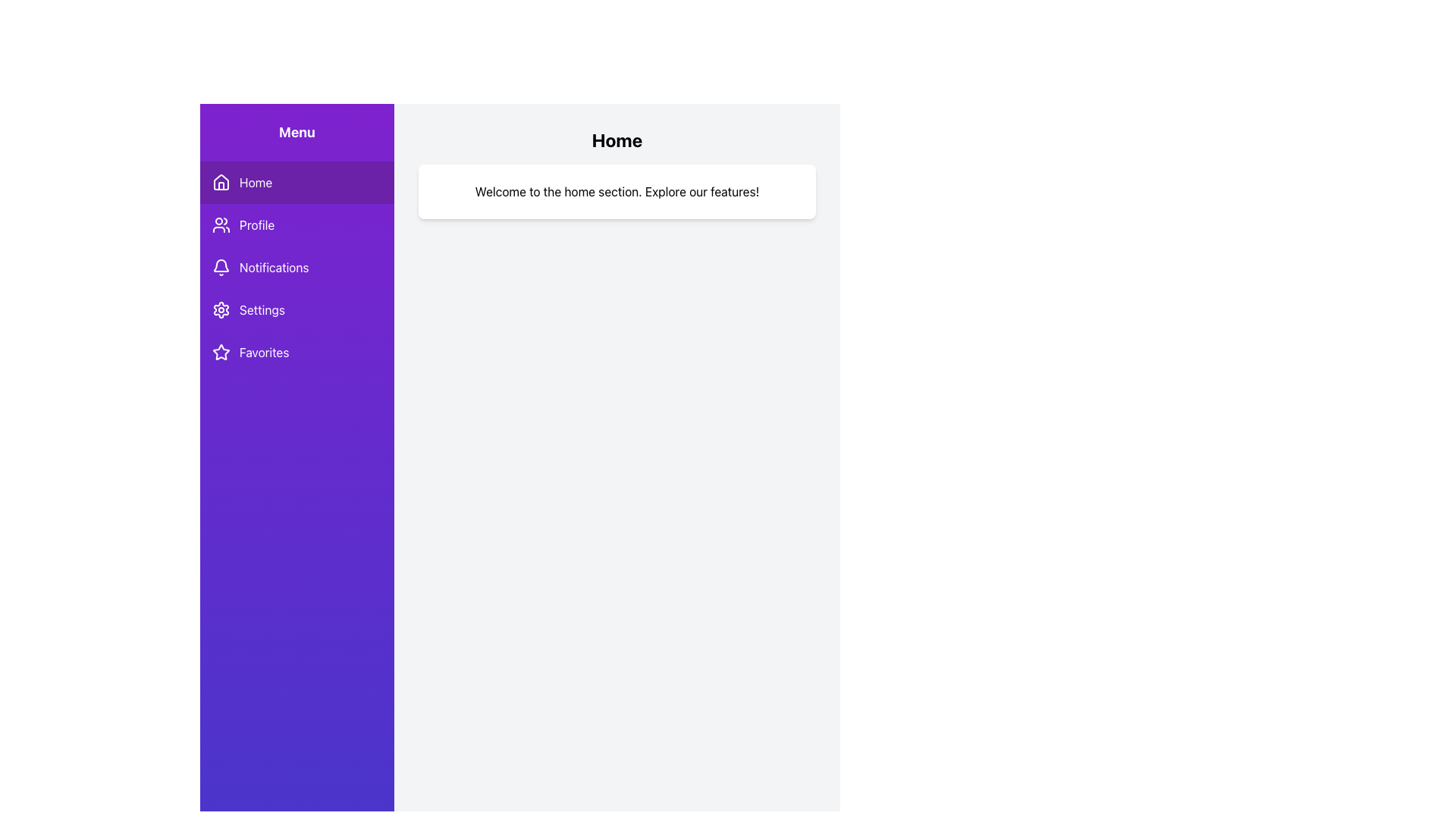 The height and width of the screenshot is (819, 1456). I want to click on the 'Notifications' menu item, which is the third option in the vertical menu, positioned between 'Profile' and 'Settings', so click(297, 267).